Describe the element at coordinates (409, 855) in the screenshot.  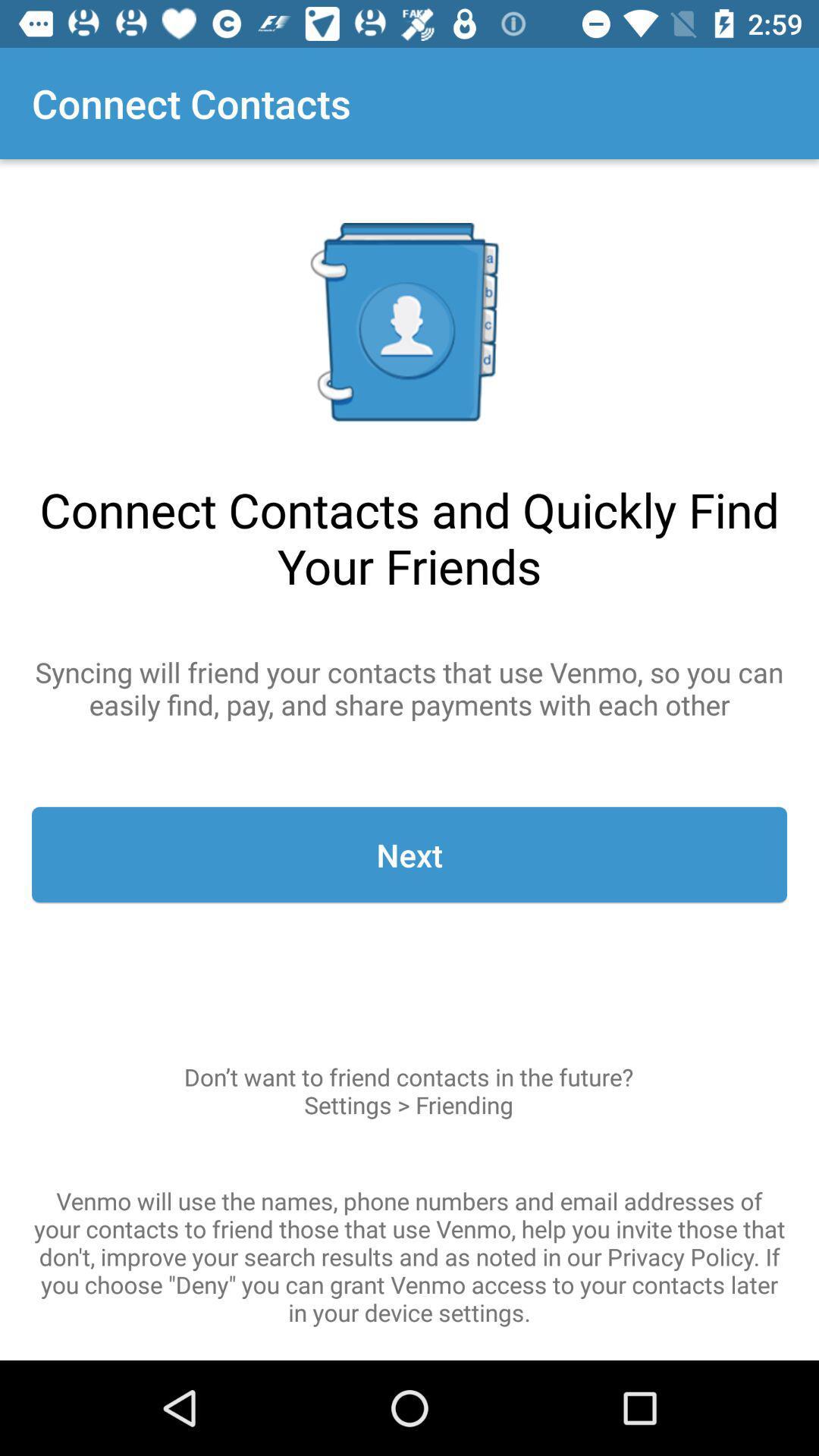
I see `item below syncing will friend icon` at that location.